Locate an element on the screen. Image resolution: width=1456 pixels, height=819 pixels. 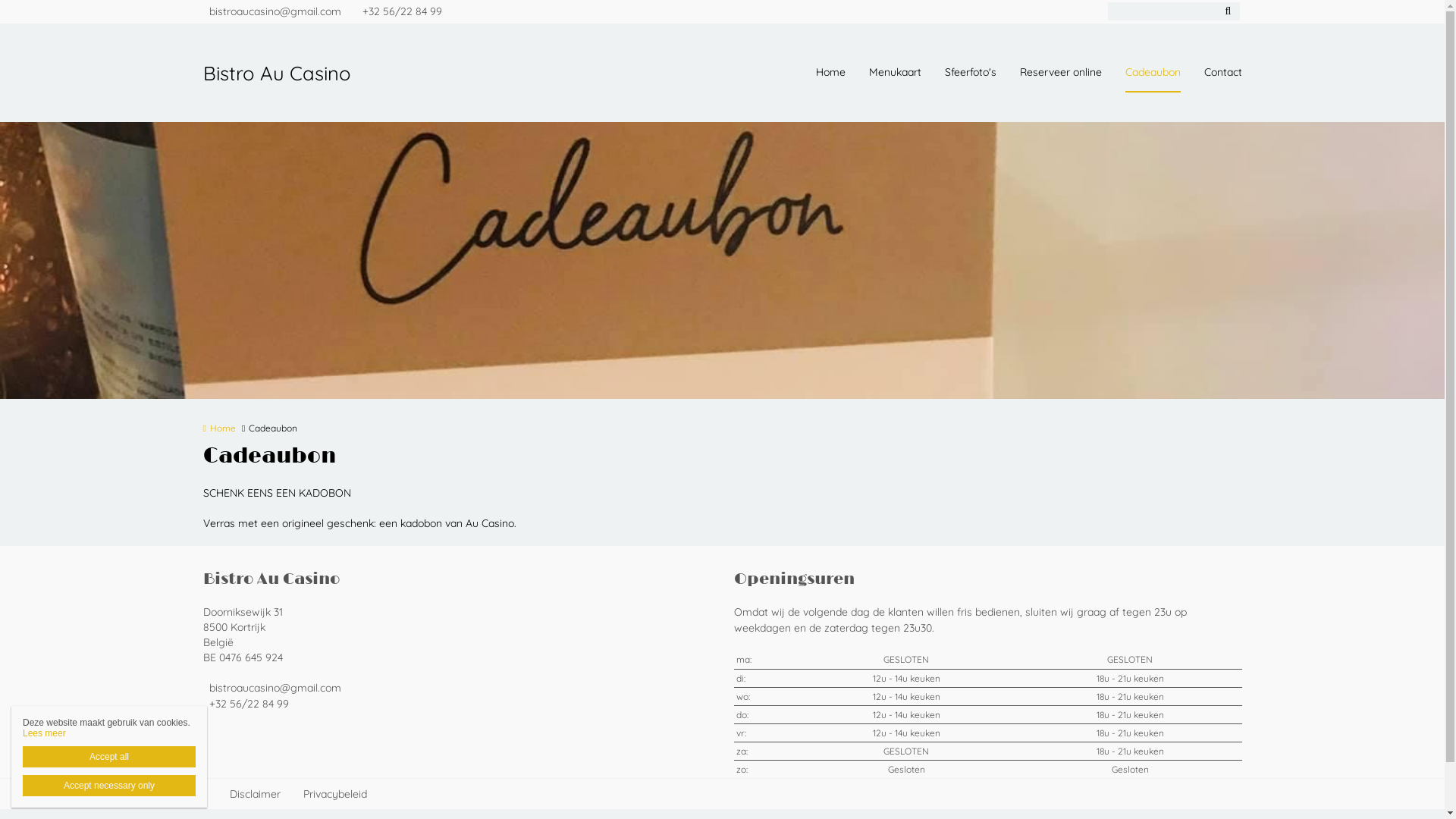
'bistroaucasino@gmail.com' is located at coordinates (202, 11).